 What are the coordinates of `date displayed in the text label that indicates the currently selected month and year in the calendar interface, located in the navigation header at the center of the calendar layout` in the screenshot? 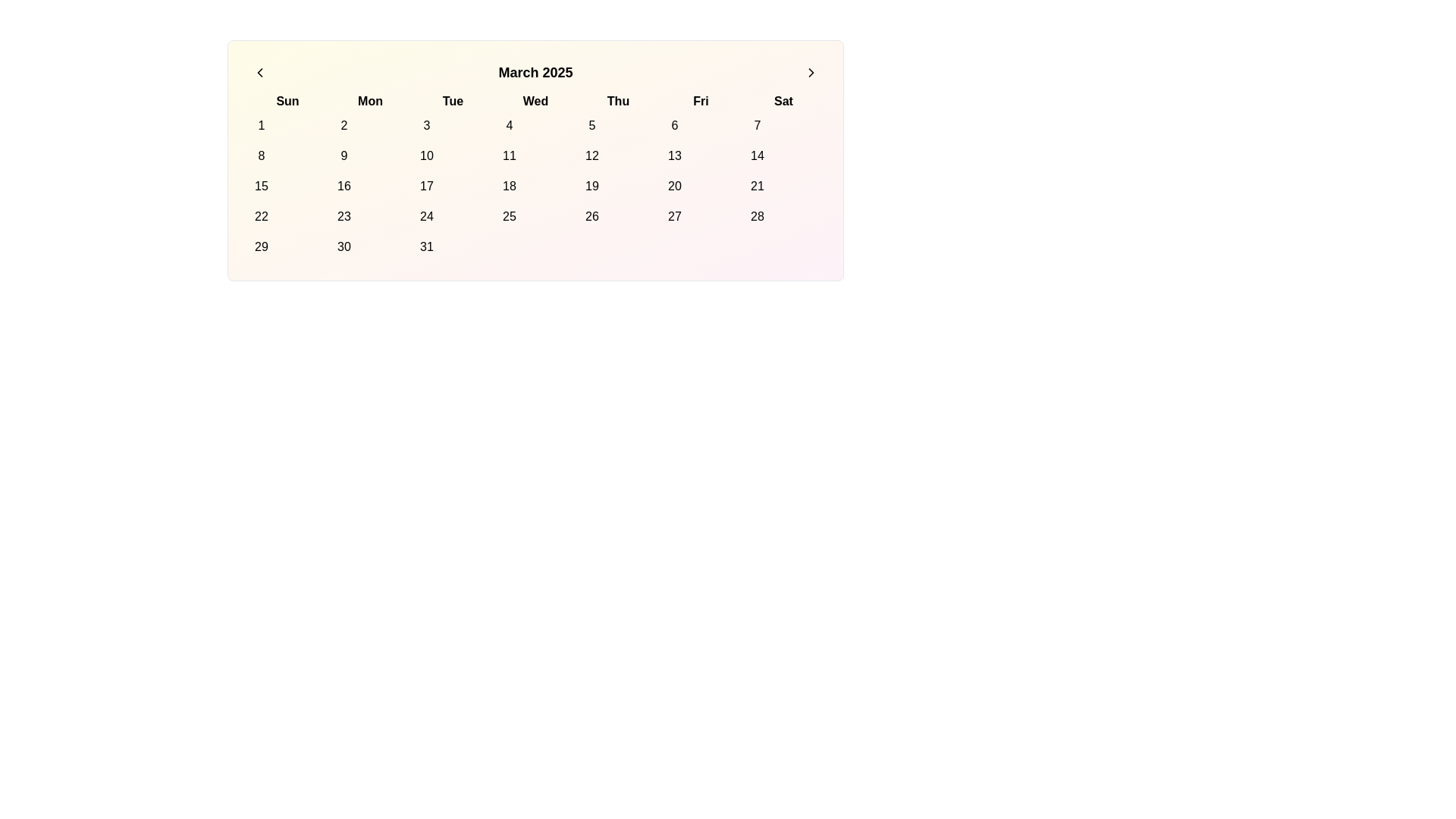 It's located at (535, 73).